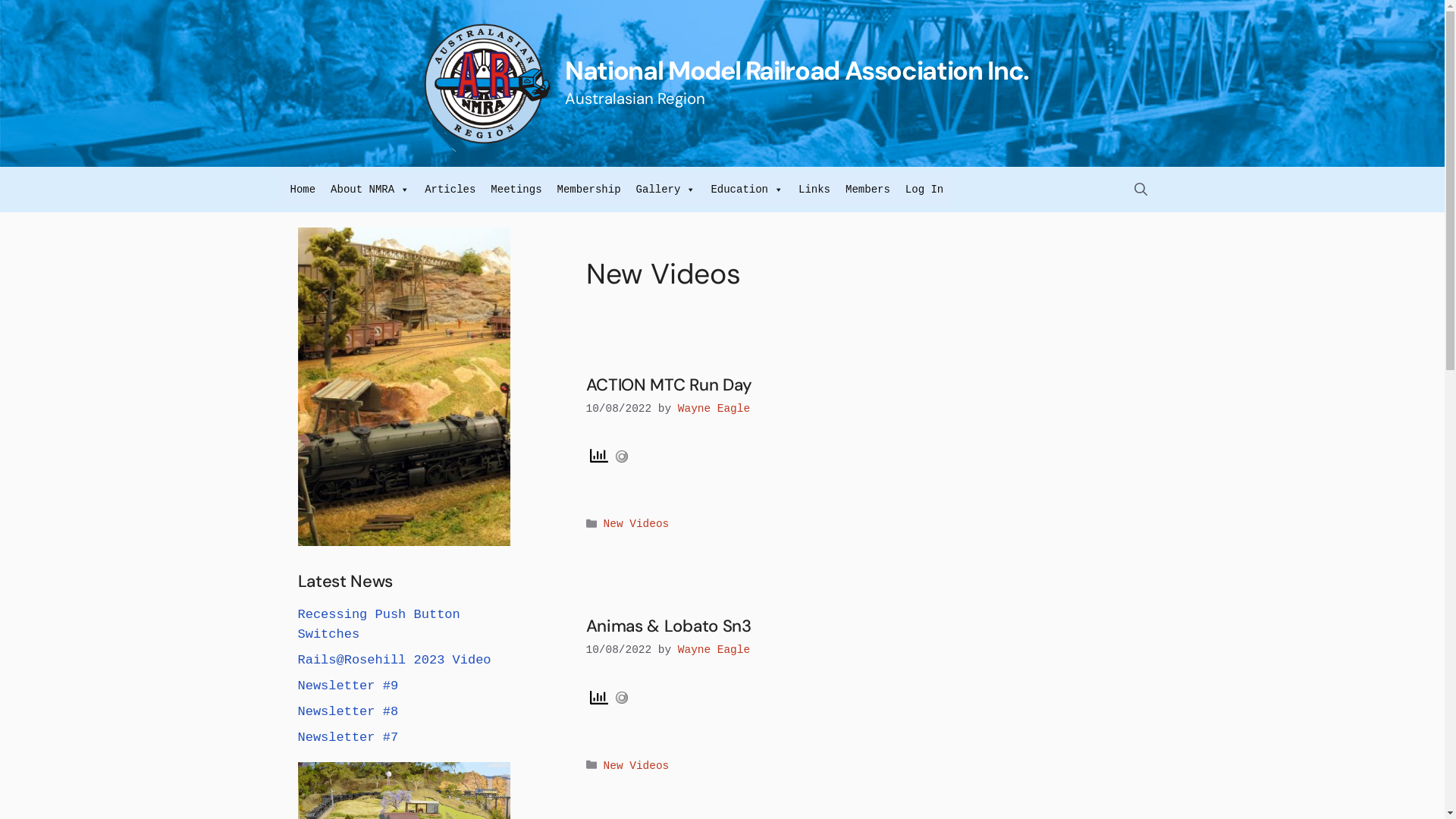  Describe the element at coordinates (449, 189) in the screenshot. I see `'Articles'` at that location.